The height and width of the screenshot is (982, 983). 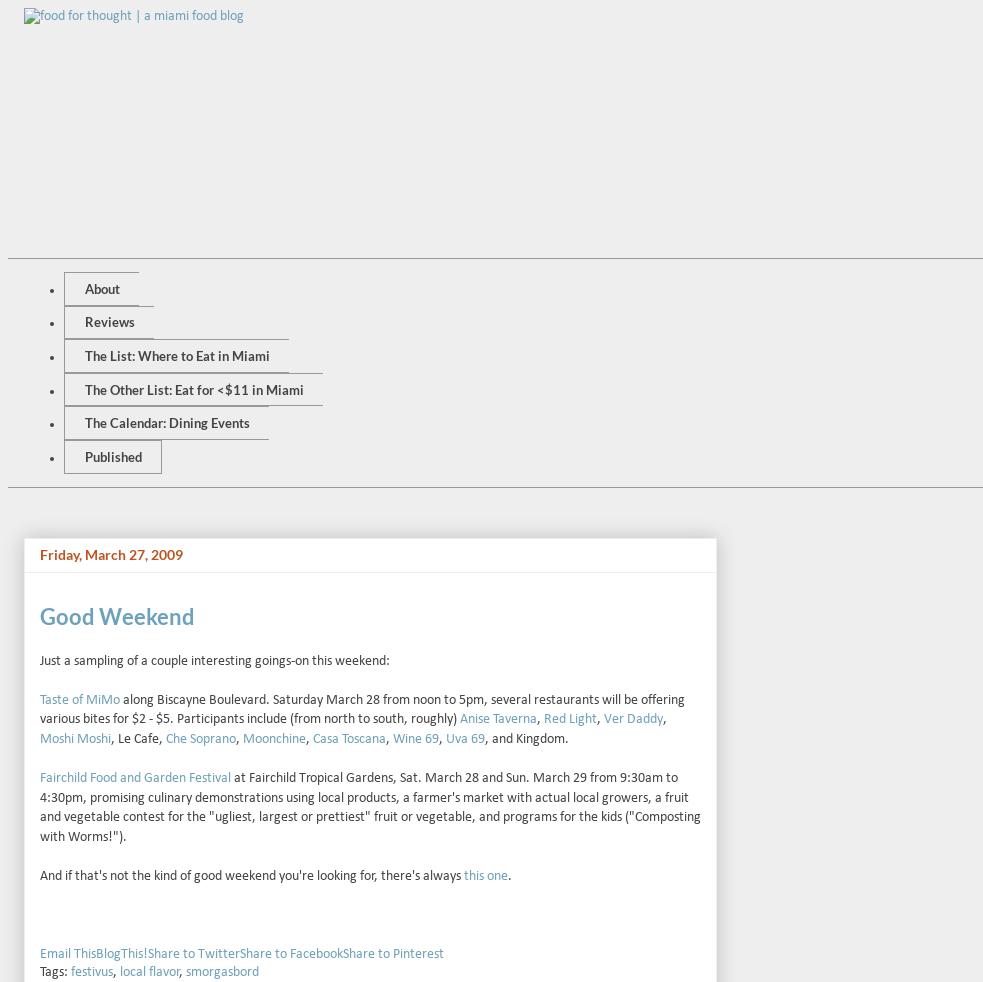 I want to click on 'The Calendar: Dining Events', so click(x=166, y=423).